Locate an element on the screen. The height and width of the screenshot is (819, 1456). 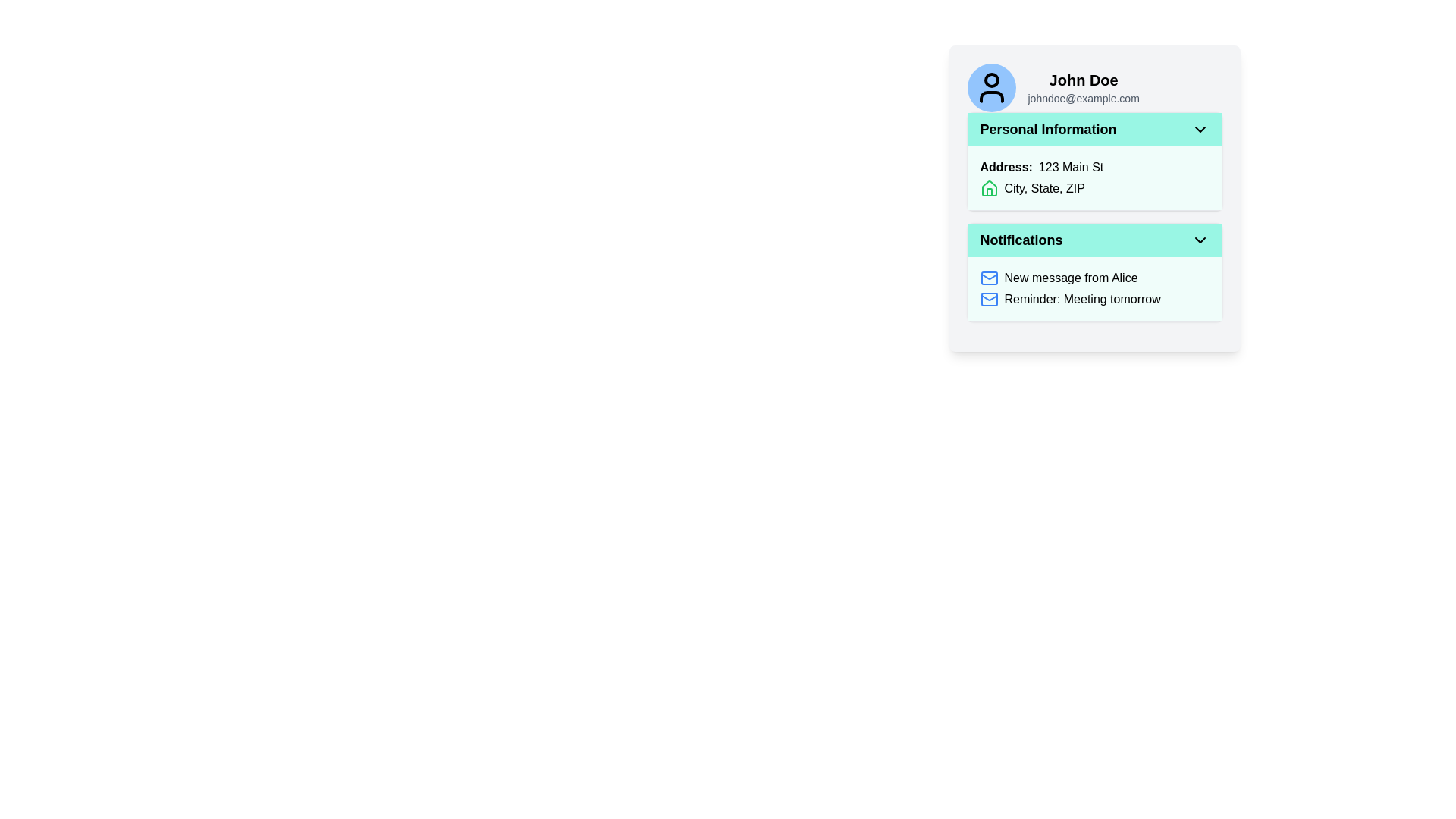
the green house icon located in the upper part of the card component, positioned near the top-left corner is located at coordinates (989, 187).